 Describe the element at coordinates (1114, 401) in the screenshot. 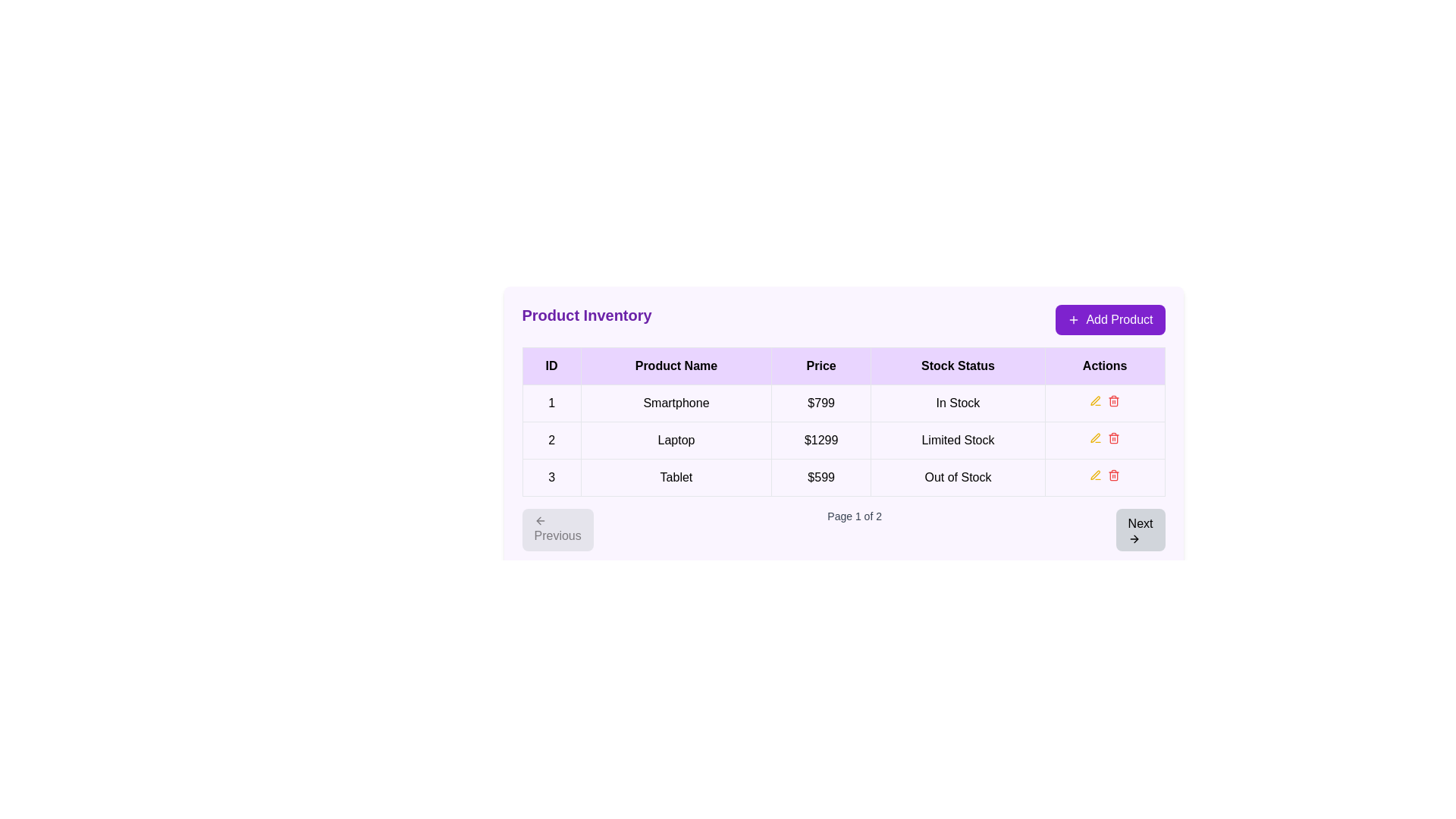

I see `the trash bin icon button in the 'Actions' column` at that location.